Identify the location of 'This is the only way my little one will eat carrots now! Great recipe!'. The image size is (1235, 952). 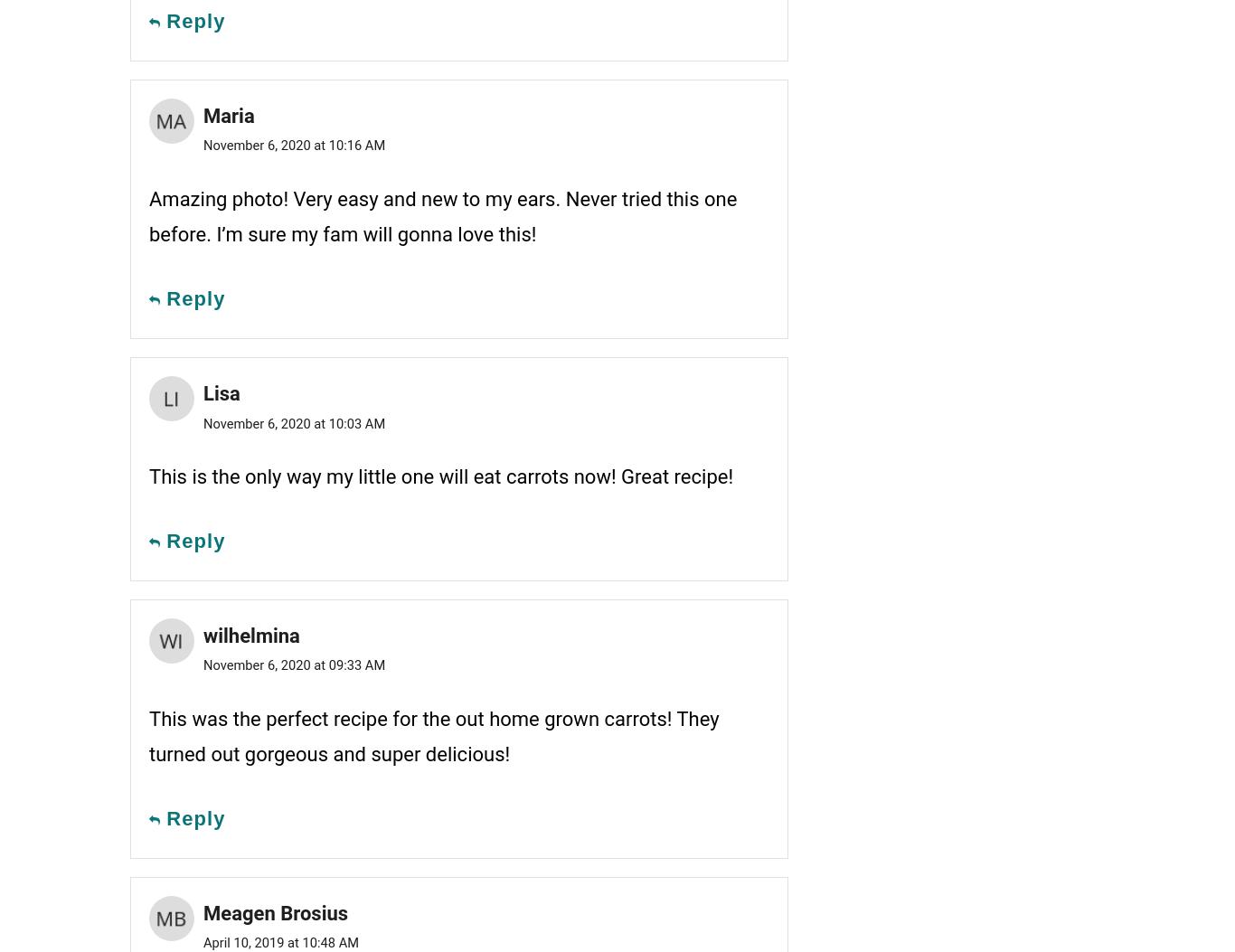
(440, 476).